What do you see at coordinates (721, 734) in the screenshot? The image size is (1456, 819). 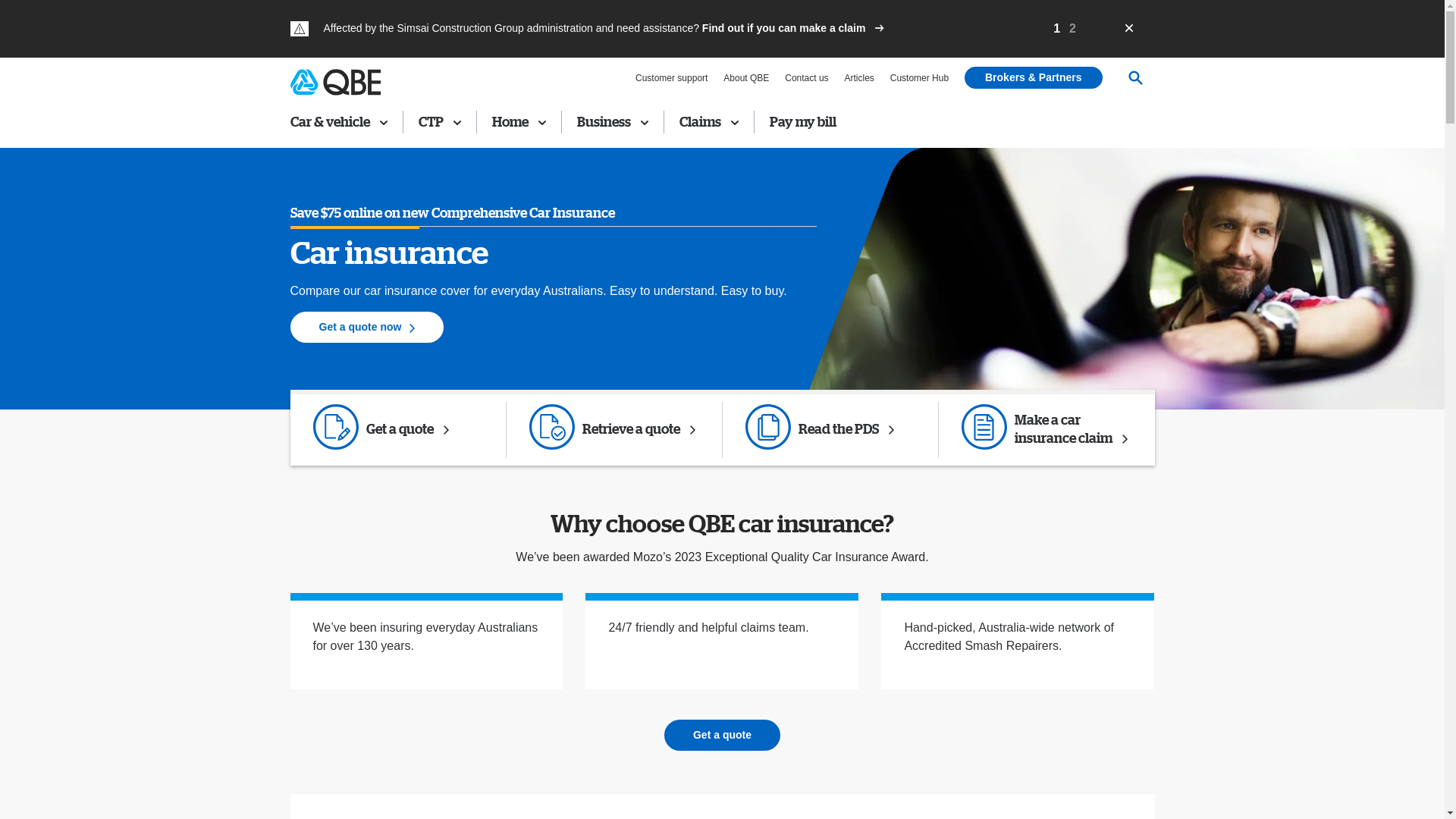 I see `'Get a quote'` at bounding box center [721, 734].